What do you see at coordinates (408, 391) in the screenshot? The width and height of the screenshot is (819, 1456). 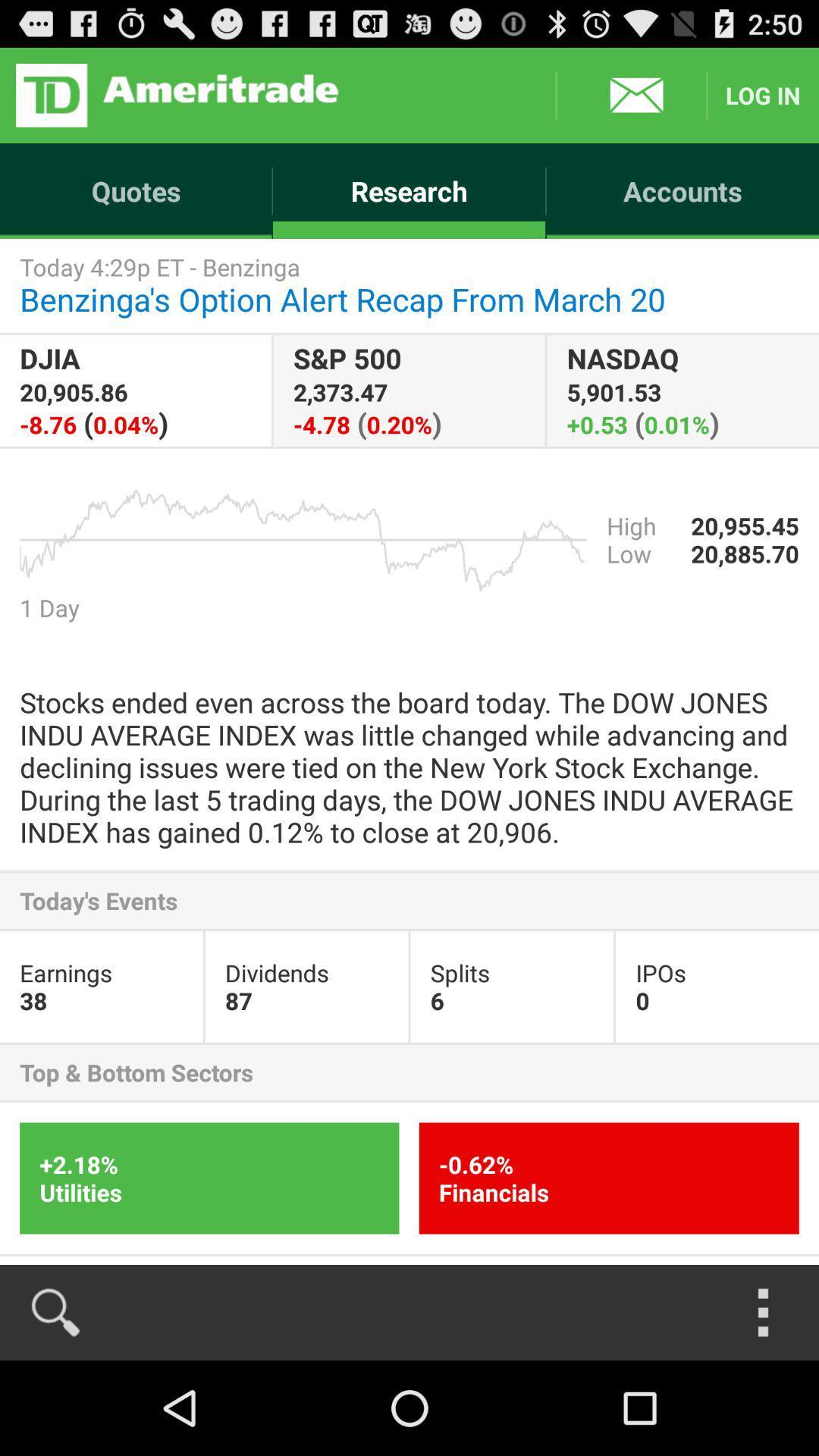 I see `the item next to the nasdaq 5 901 app` at bounding box center [408, 391].